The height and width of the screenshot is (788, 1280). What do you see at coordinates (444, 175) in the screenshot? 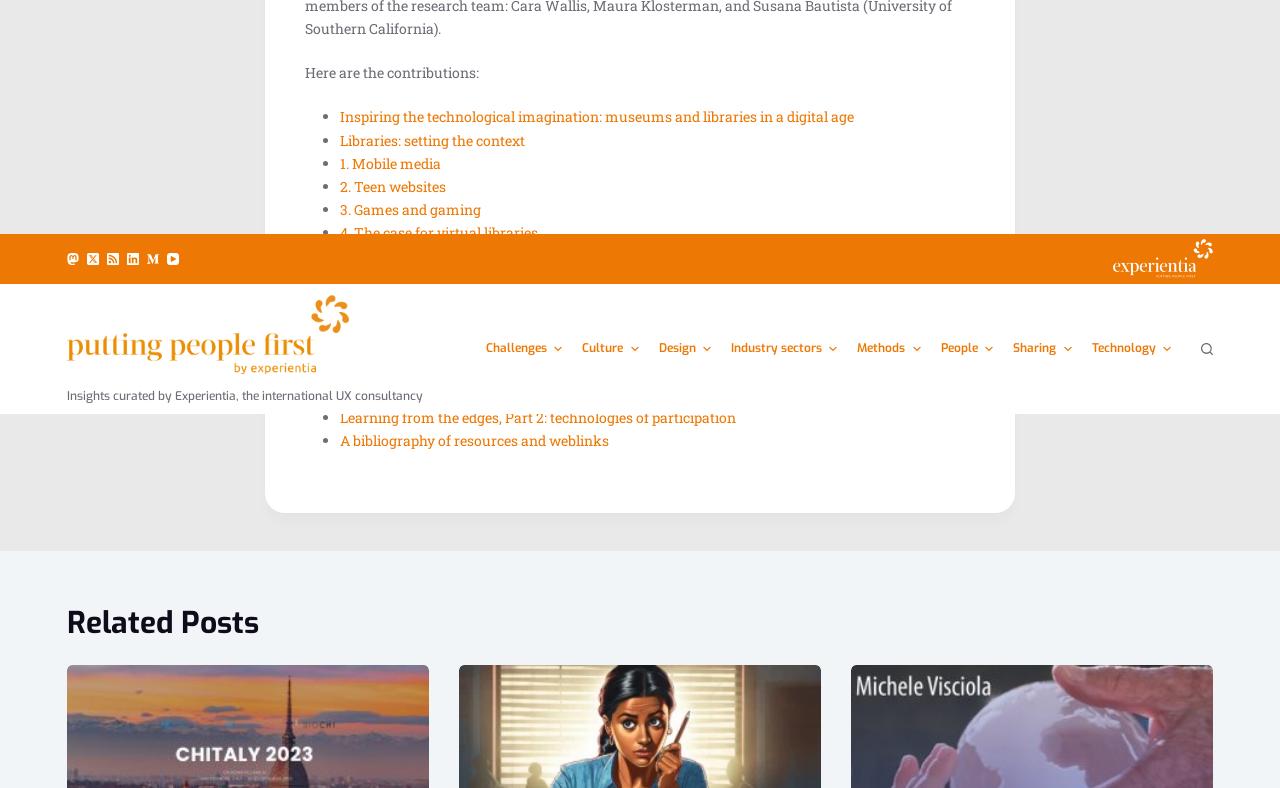
I see `'MuseumMobile Wiki » Fresh From Twitter today'` at bounding box center [444, 175].